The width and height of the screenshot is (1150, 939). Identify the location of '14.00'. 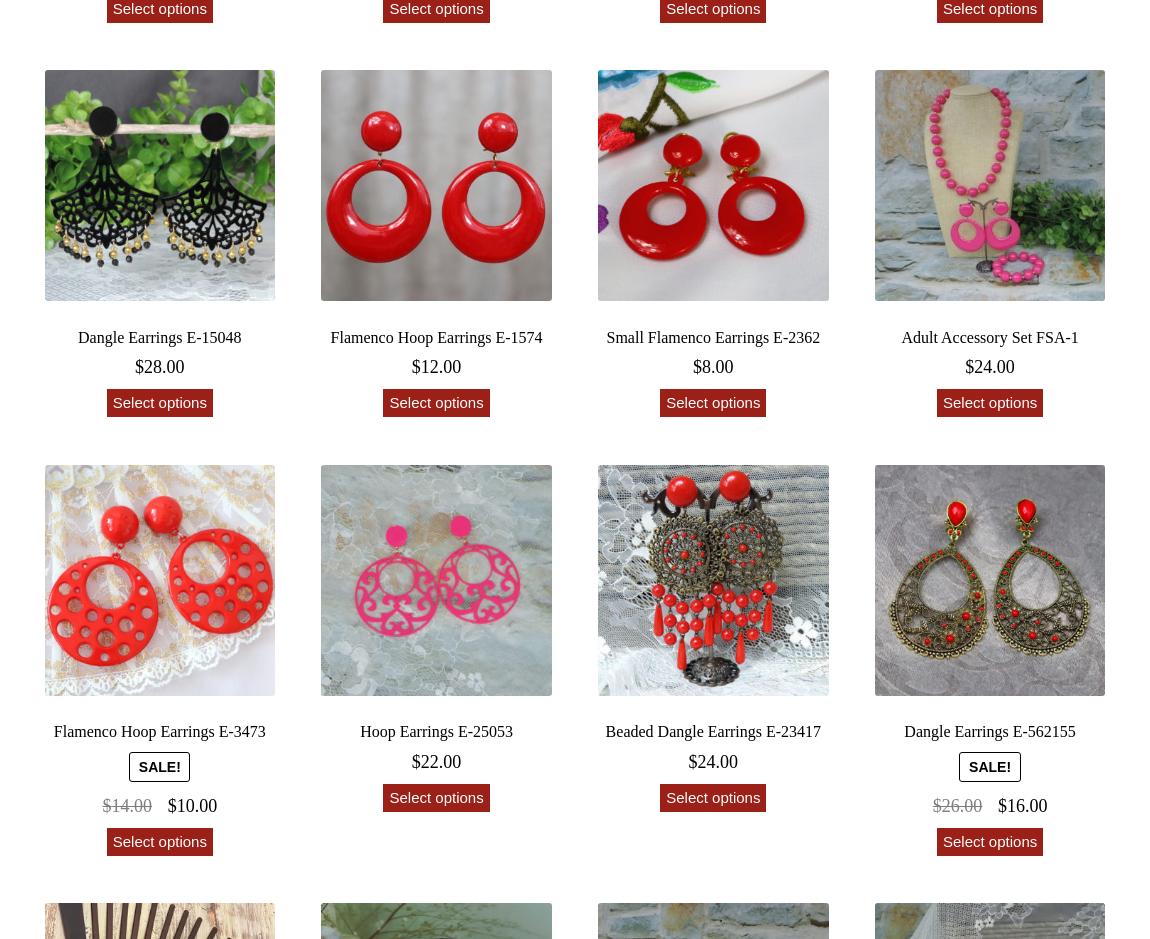
(130, 805).